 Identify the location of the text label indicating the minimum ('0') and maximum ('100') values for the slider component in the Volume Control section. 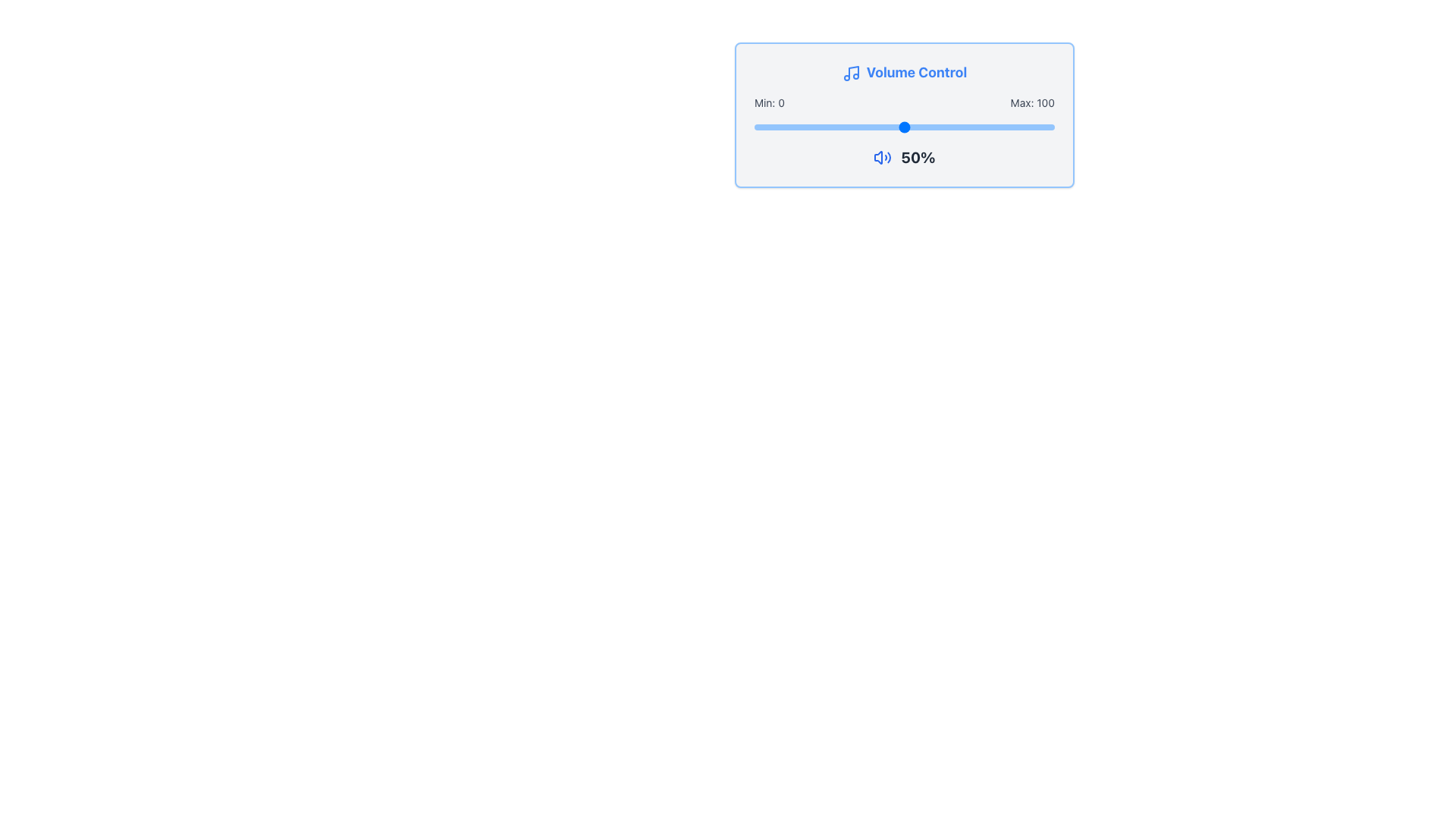
(905, 102).